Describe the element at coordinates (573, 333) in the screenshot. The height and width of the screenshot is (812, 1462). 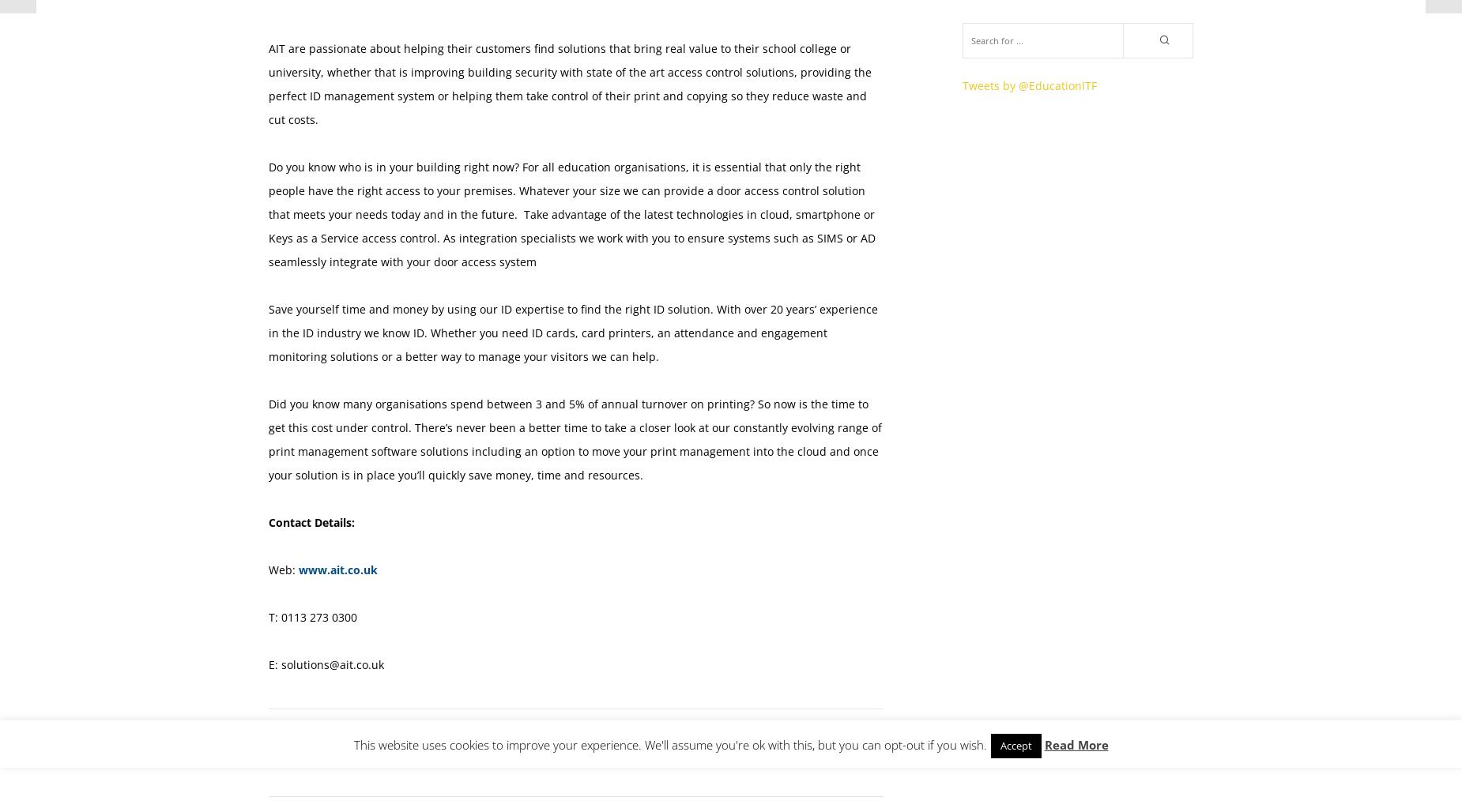
I see `'Save yourself time and money by using our ID expertise to find the right ID solution. With over 20 years’ experience in the ID industry we know ID. Whether you need ID cards, card printers, an attendance and engagement monitoring solutions or a better way to manage your visitors we can help.'` at that location.